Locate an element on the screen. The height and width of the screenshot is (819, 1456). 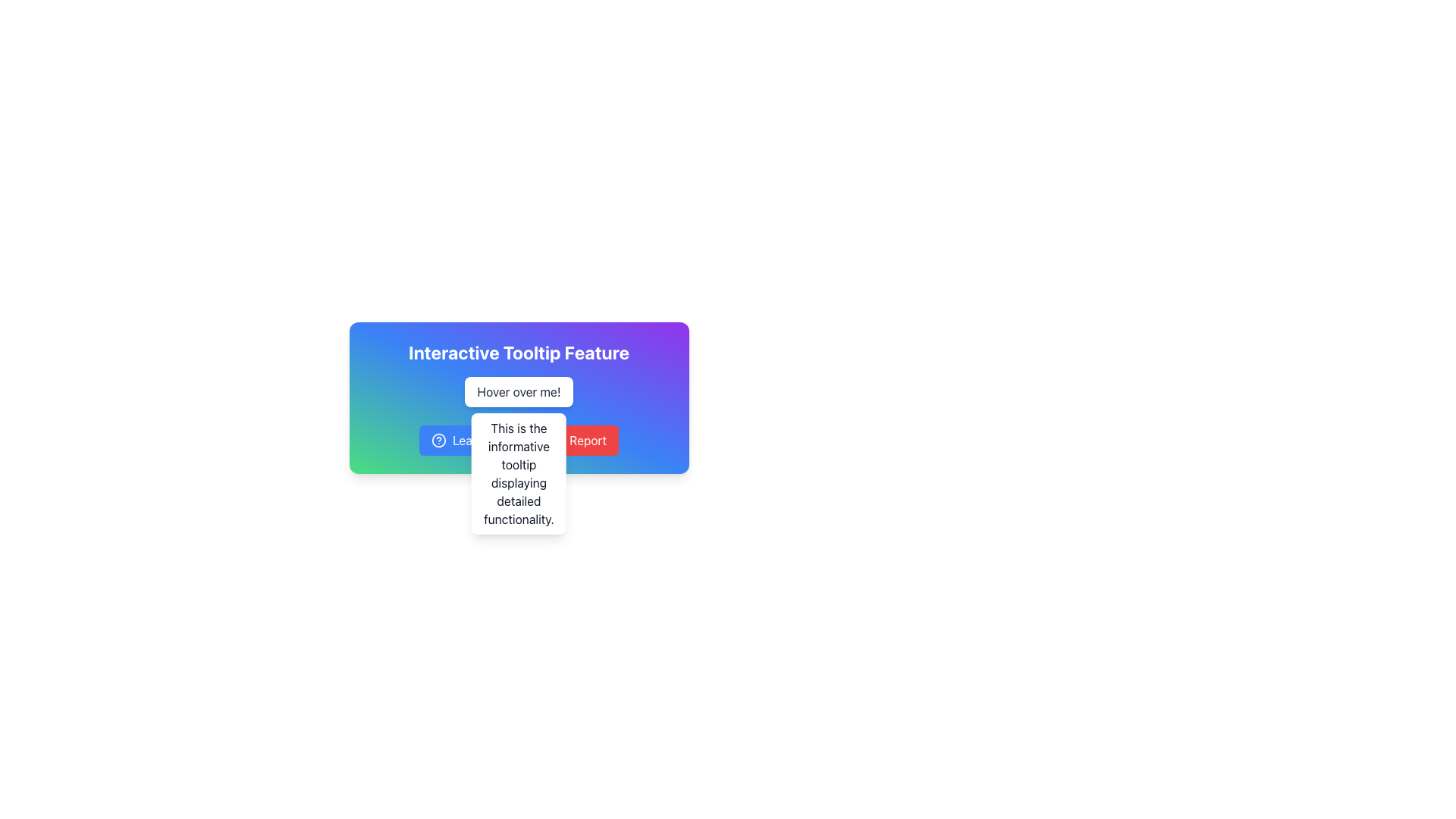
the Informational Tooltip that displays the message 'This is the informative tooltip displaying detailed functionality.' is located at coordinates (519, 472).